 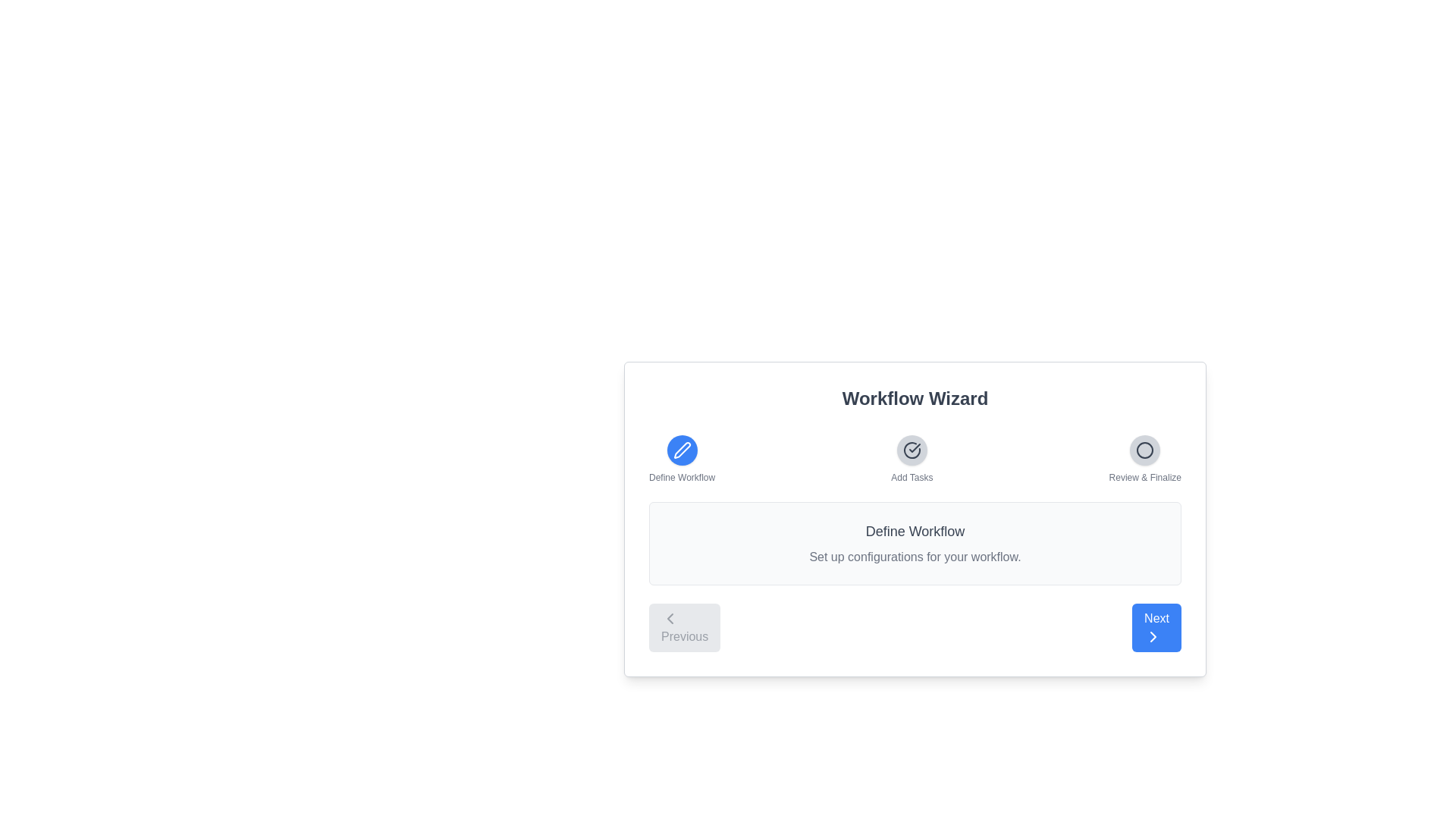 What do you see at coordinates (914, 543) in the screenshot?
I see `the Information Card with the header 'Define Workflow' and subtext 'Set up configurations for your workflow.' which is located below the row of three circular icons in the Workflow Wizard interface` at bounding box center [914, 543].